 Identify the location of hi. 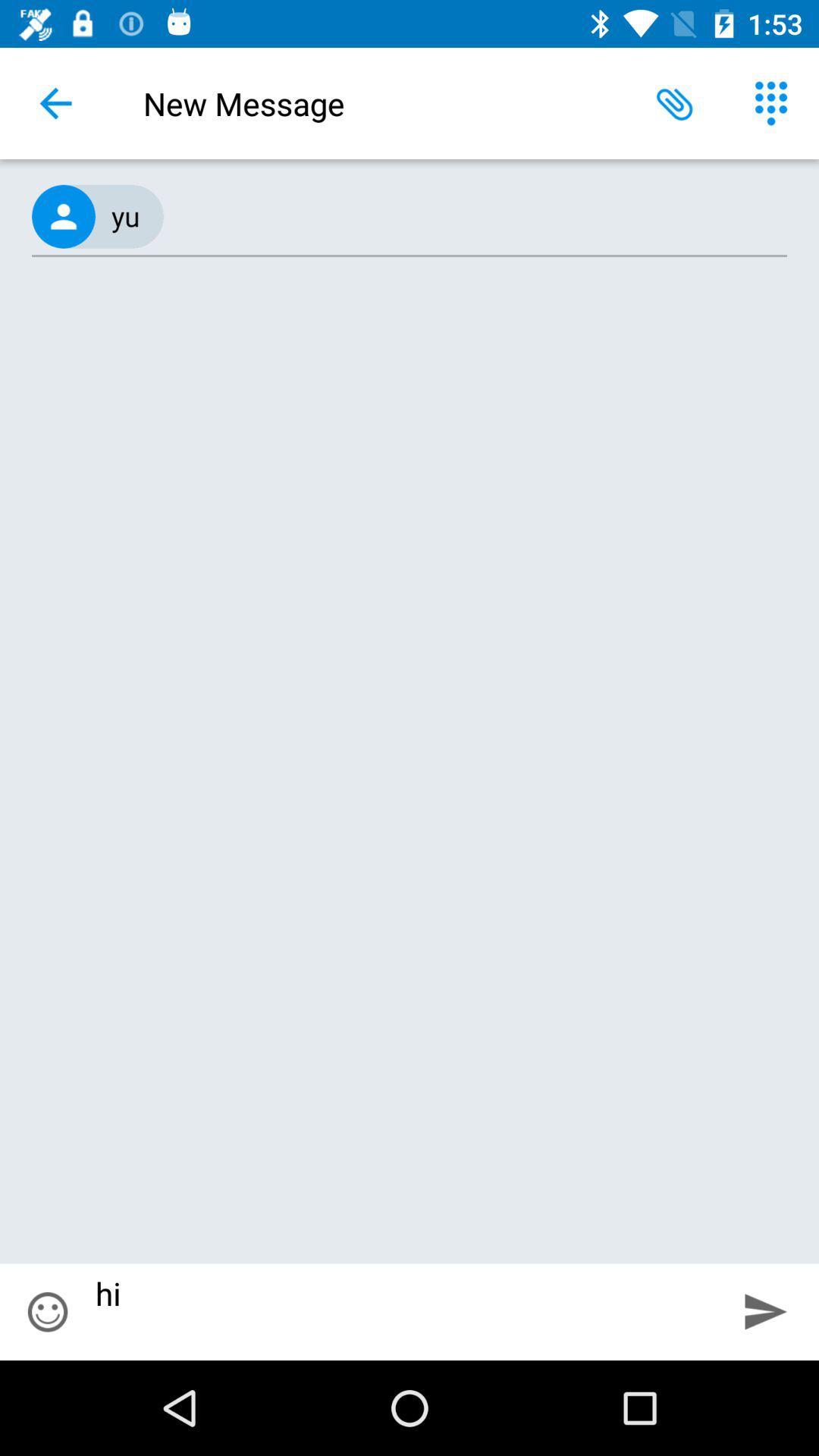
(403, 1311).